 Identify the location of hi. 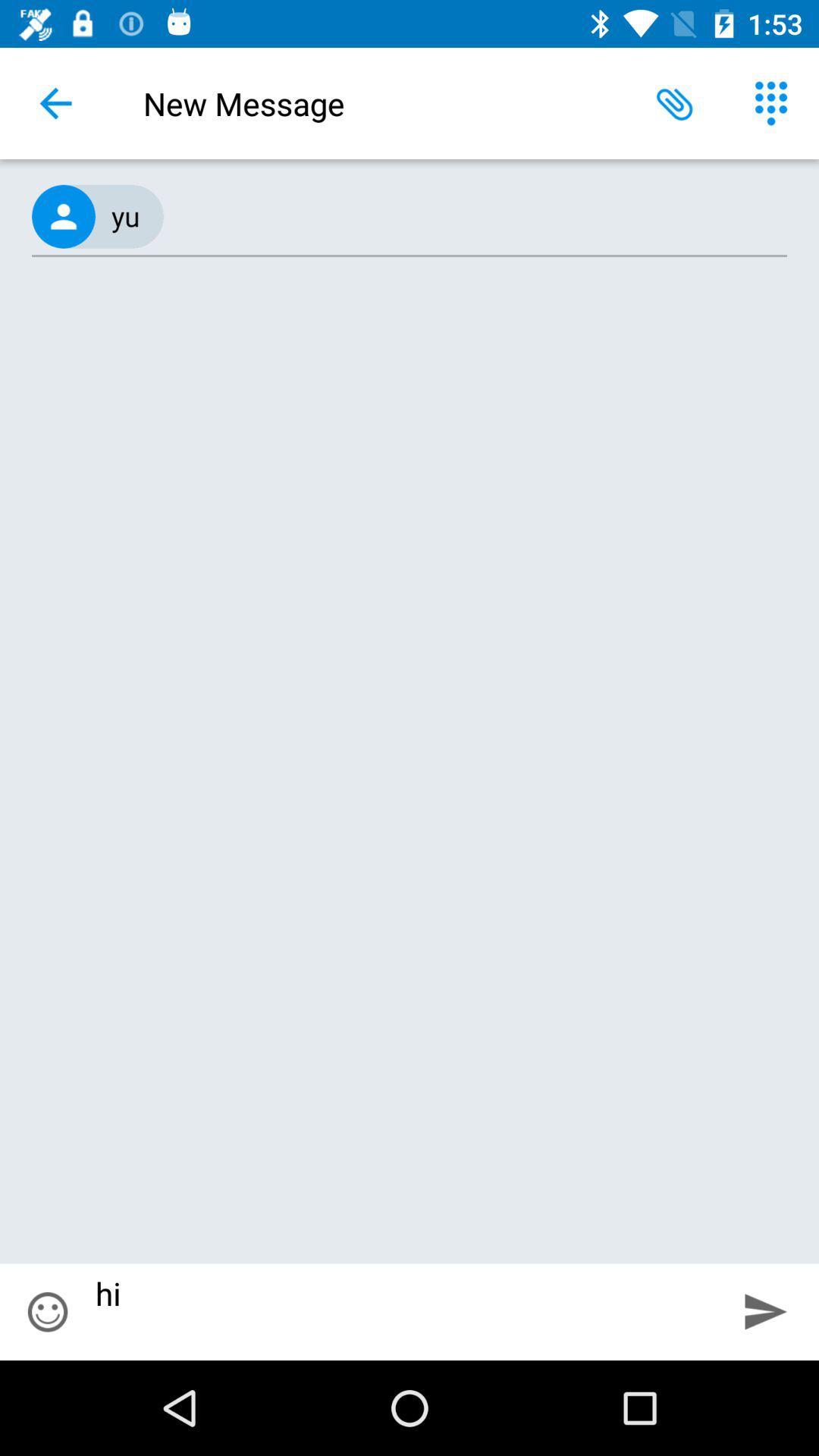
(403, 1311).